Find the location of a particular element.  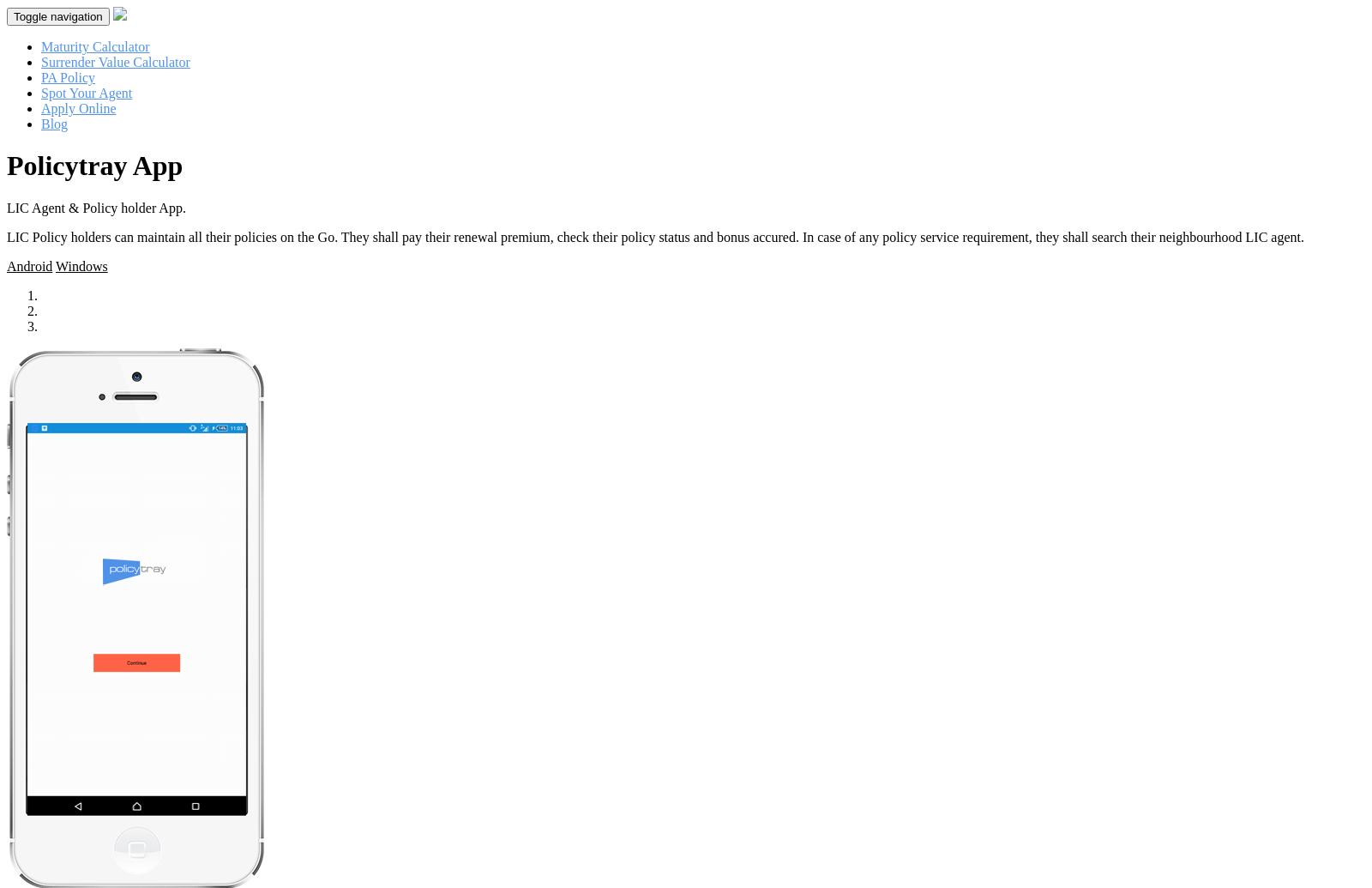

'Surrender Value Calculator' is located at coordinates (114, 62).